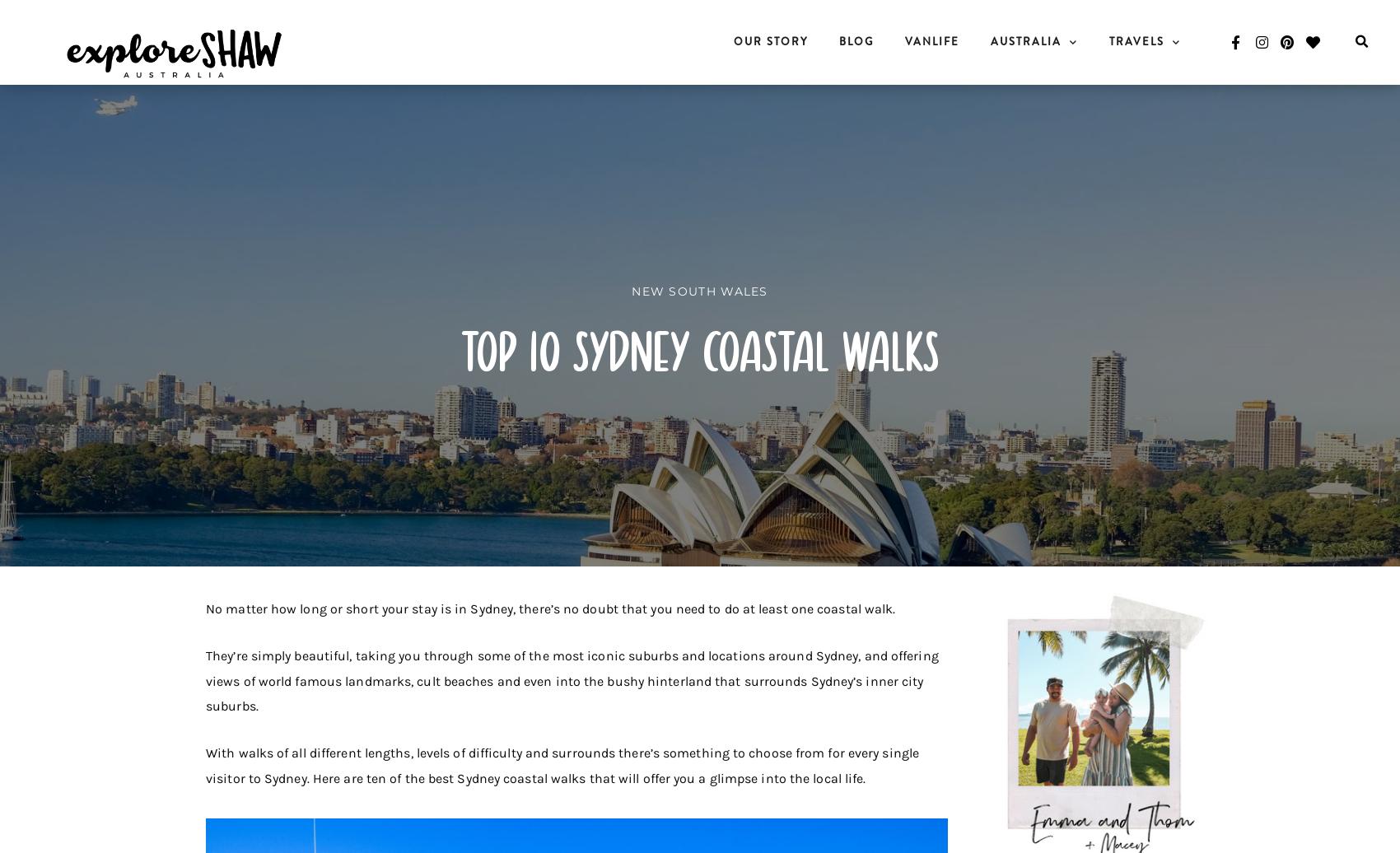 The height and width of the screenshot is (853, 1400). I want to click on 'New South Wales', so click(698, 290).